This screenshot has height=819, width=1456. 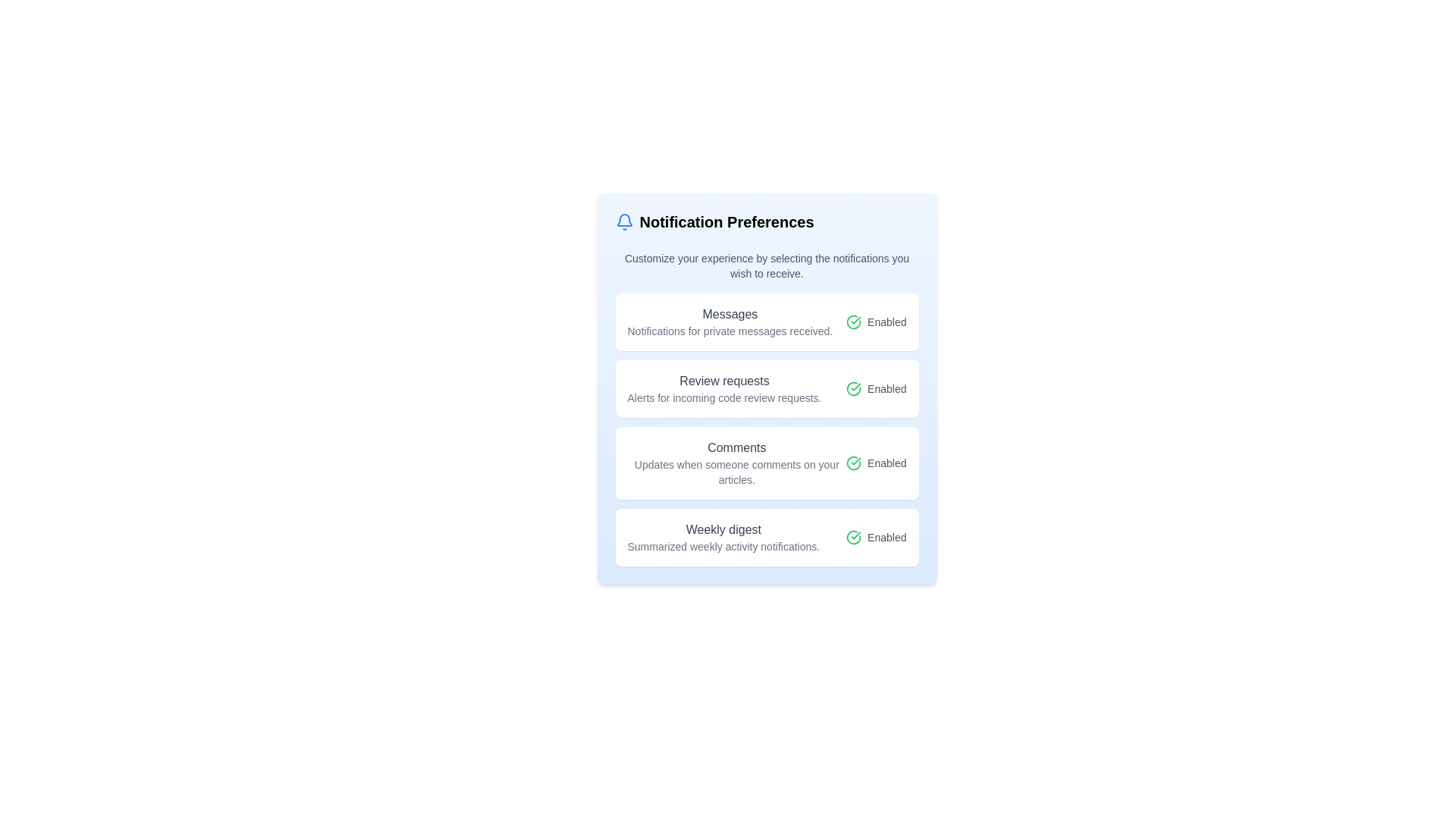 What do you see at coordinates (854, 388) in the screenshot?
I see `the green circular icon with a white checkmark, which is located in the second row of notification settings labeled 'Review requests', adjacent to the 'Enabled' text` at bounding box center [854, 388].